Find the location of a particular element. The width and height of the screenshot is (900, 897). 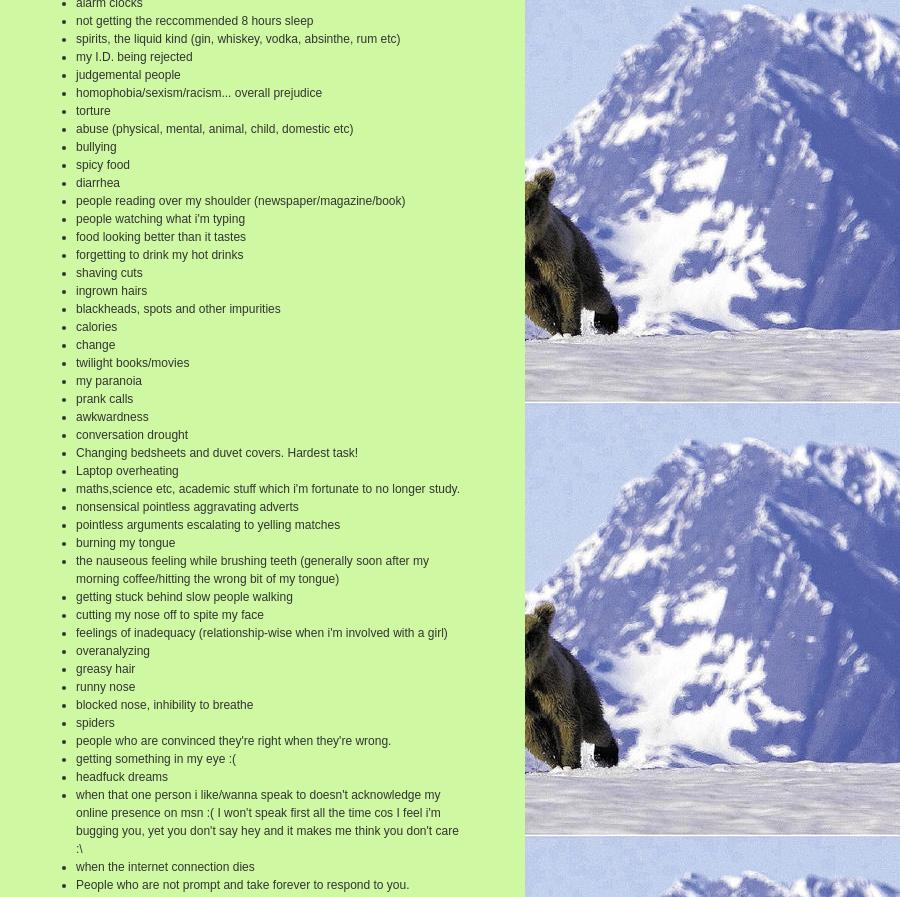

'change' is located at coordinates (94, 343).